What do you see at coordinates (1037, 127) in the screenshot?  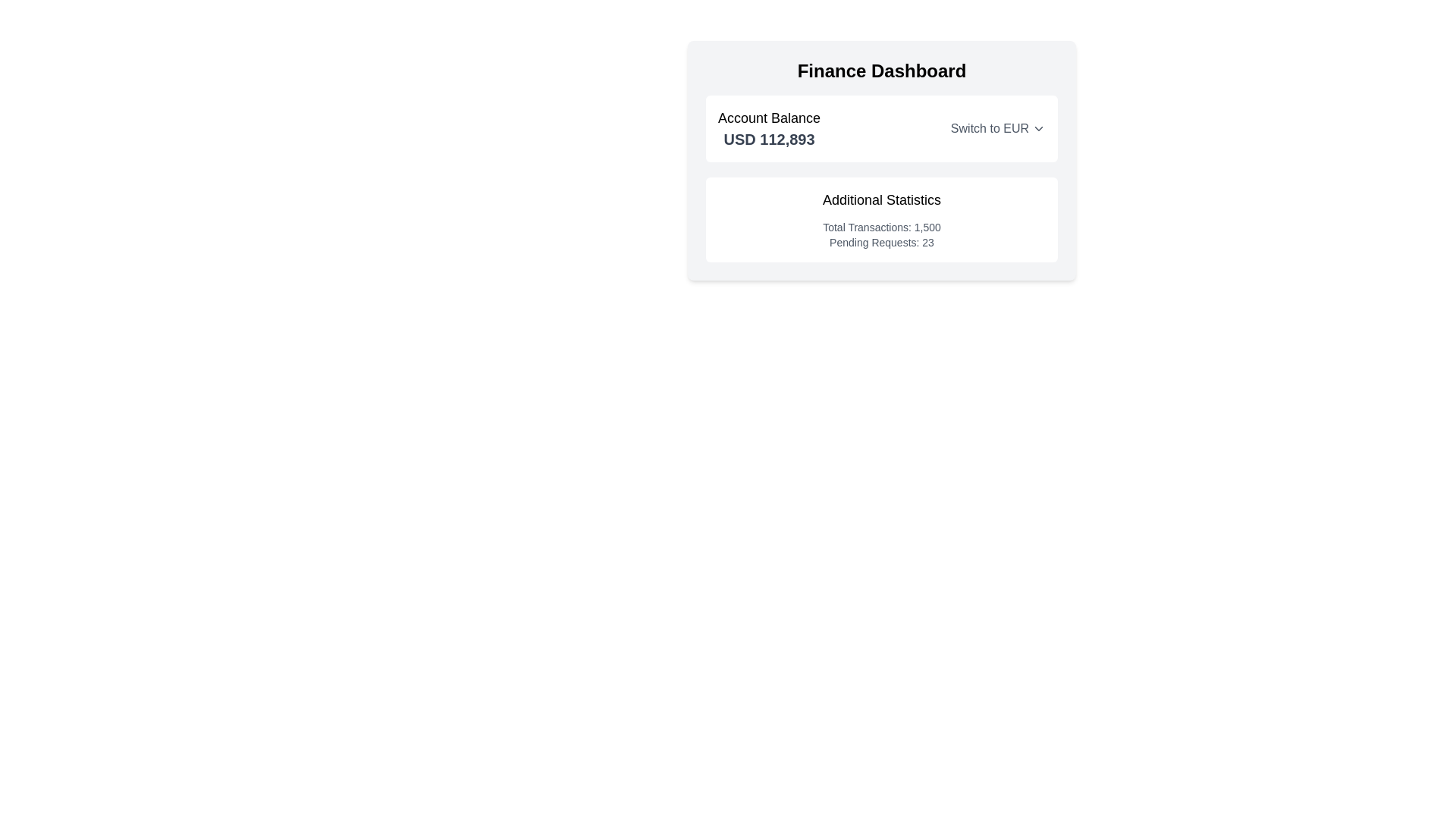 I see `the downward-pointing chevron icon located to the right of the 'Switch to EUR' text to trigger the tooltip or highlight effect` at bounding box center [1037, 127].